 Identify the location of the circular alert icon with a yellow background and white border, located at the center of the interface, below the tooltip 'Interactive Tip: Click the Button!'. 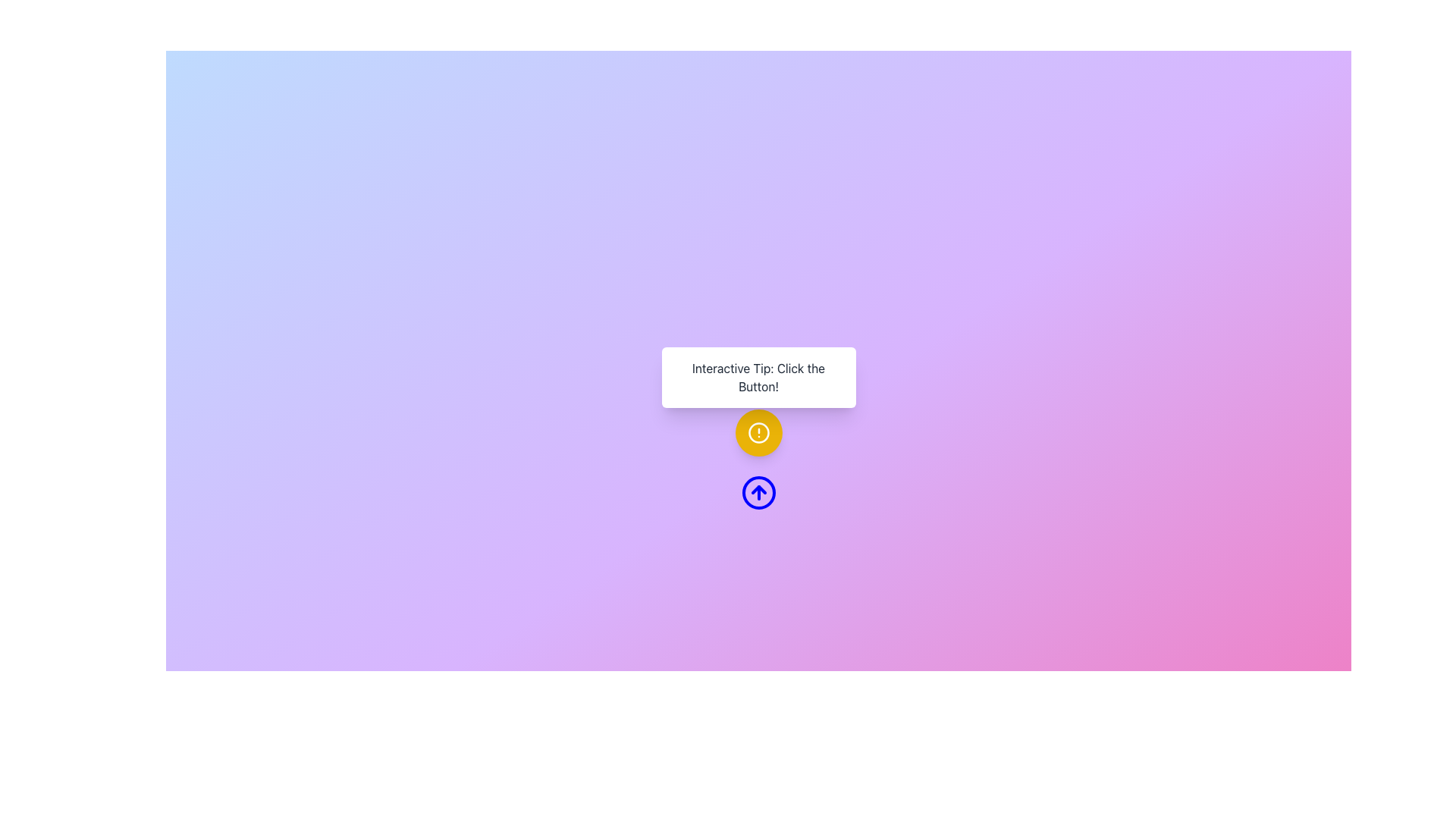
(758, 432).